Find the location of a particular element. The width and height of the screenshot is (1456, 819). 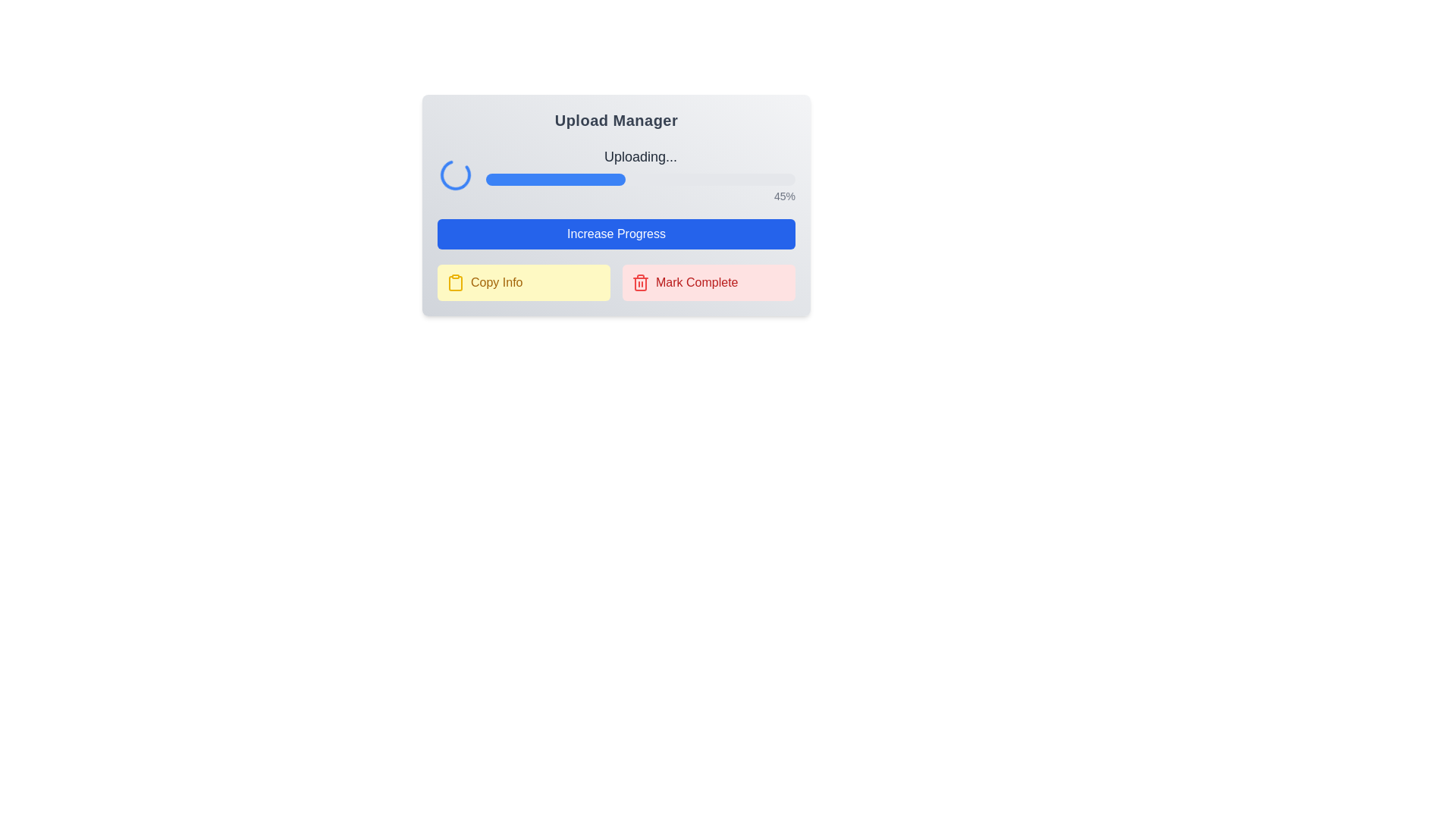

the button intended to increase the uploading progress, which is located below the uploading progress bar and above the 'Copy Info' and 'Mark Complete' buttons is located at coordinates (616, 234).